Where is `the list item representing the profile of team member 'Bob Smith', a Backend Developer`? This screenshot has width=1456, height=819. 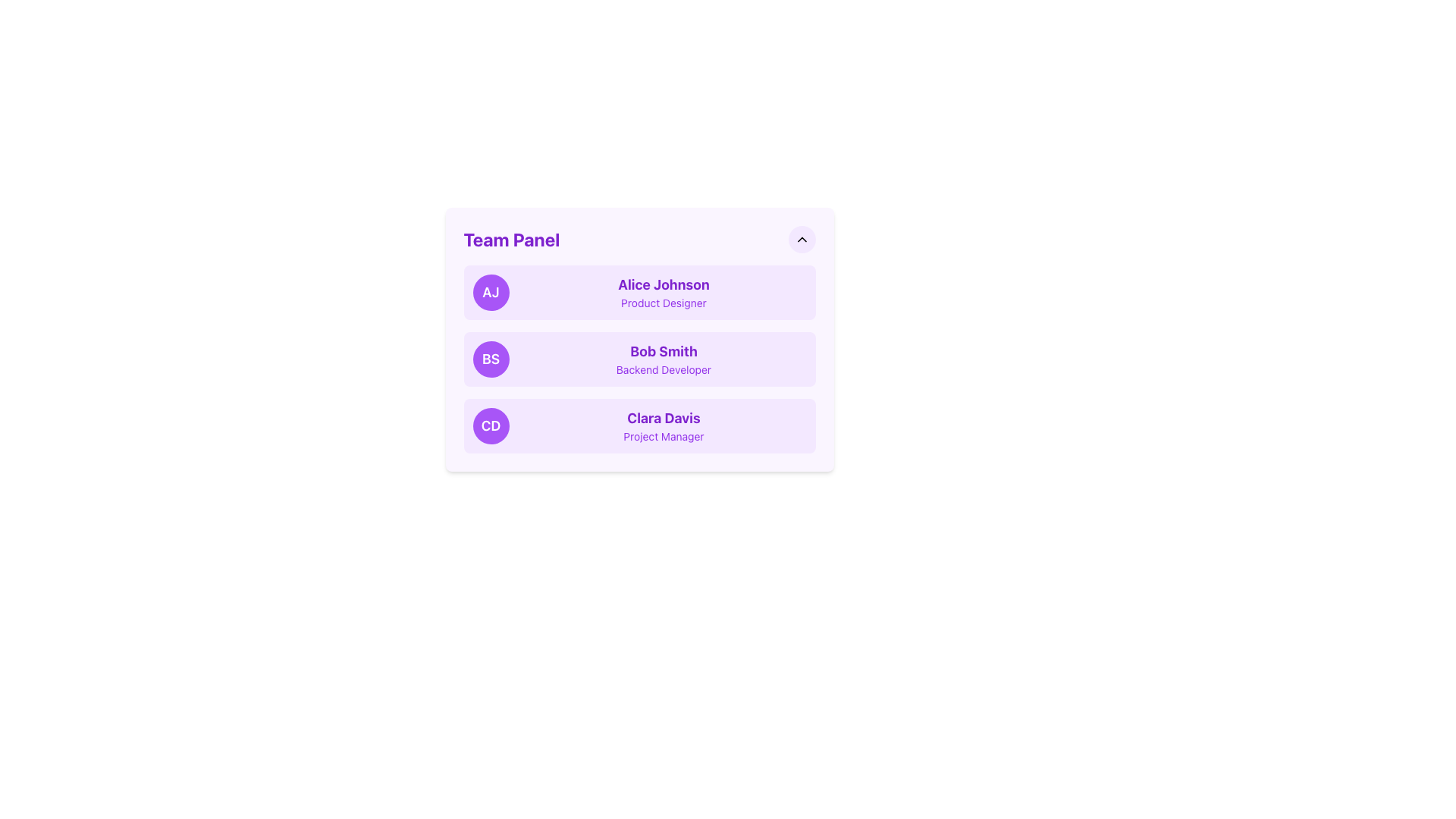
the list item representing the profile of team member 'Bob Smith', a Backend Developer is located at coordinates (639, 359).